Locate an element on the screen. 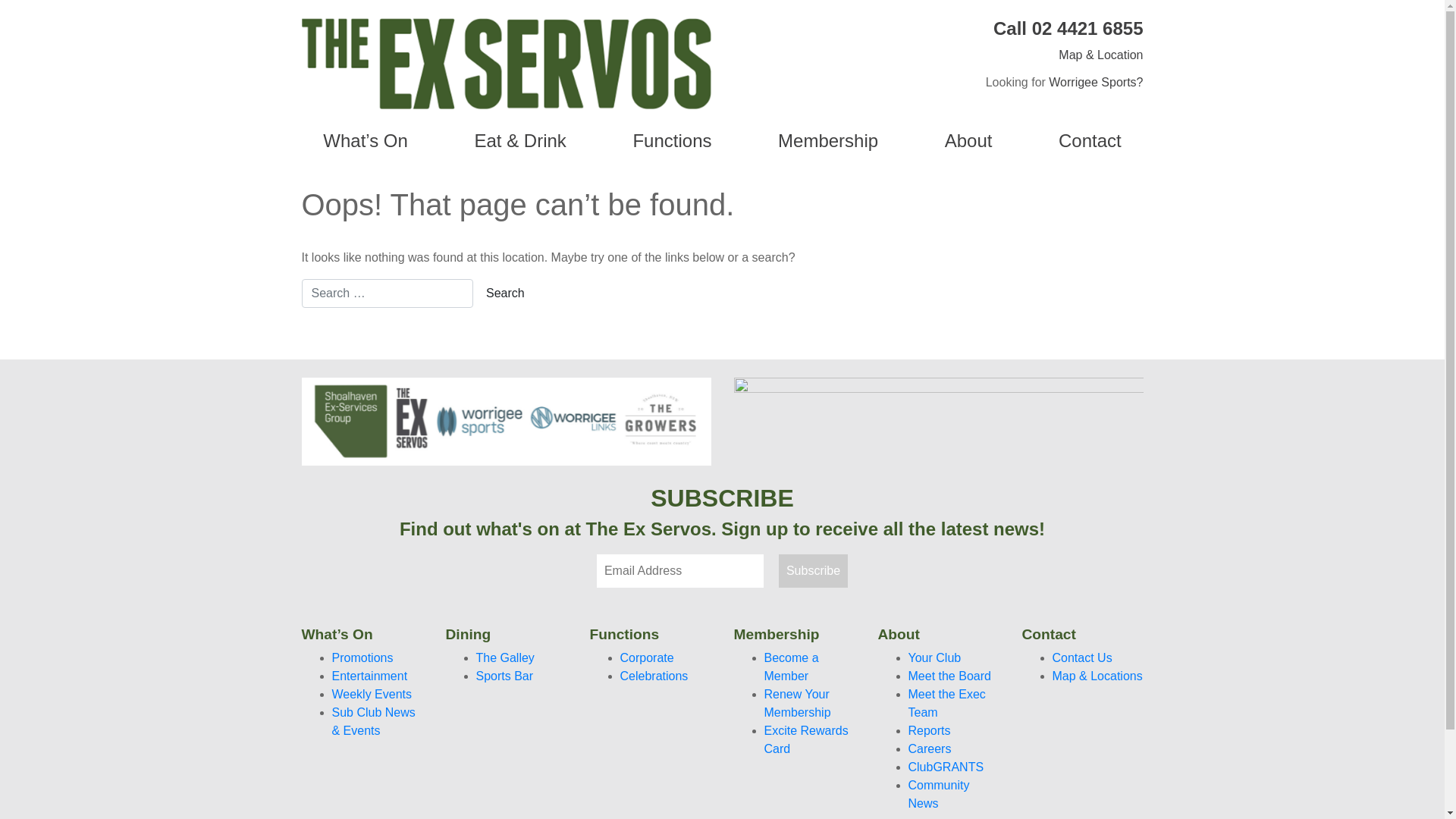 The width and height of the screenshot is (1456, 819). 'Celebrations' is located at coordinates (620, 675).